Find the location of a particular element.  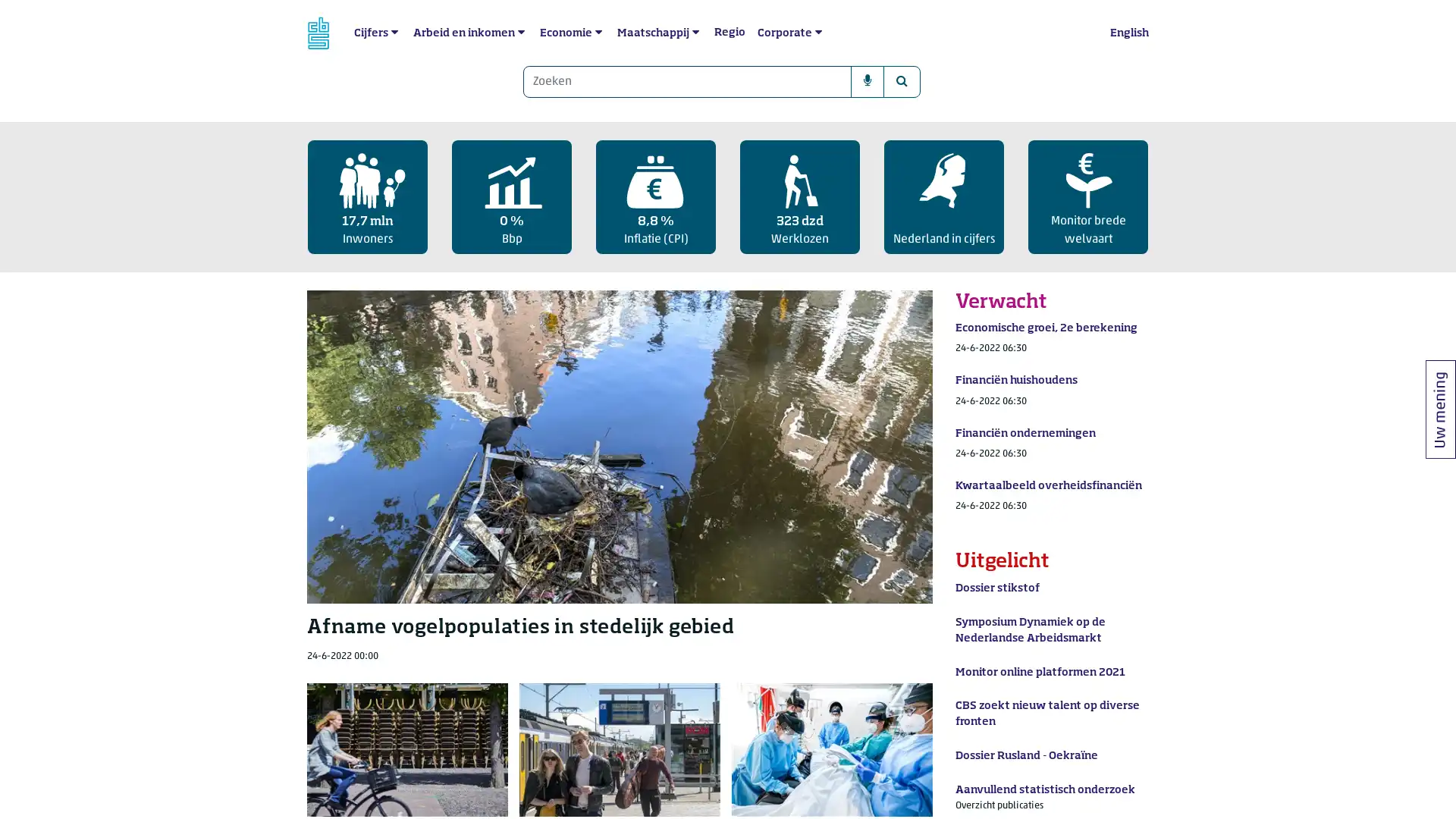

submenu Corporate is located at coordinates (817, 32).